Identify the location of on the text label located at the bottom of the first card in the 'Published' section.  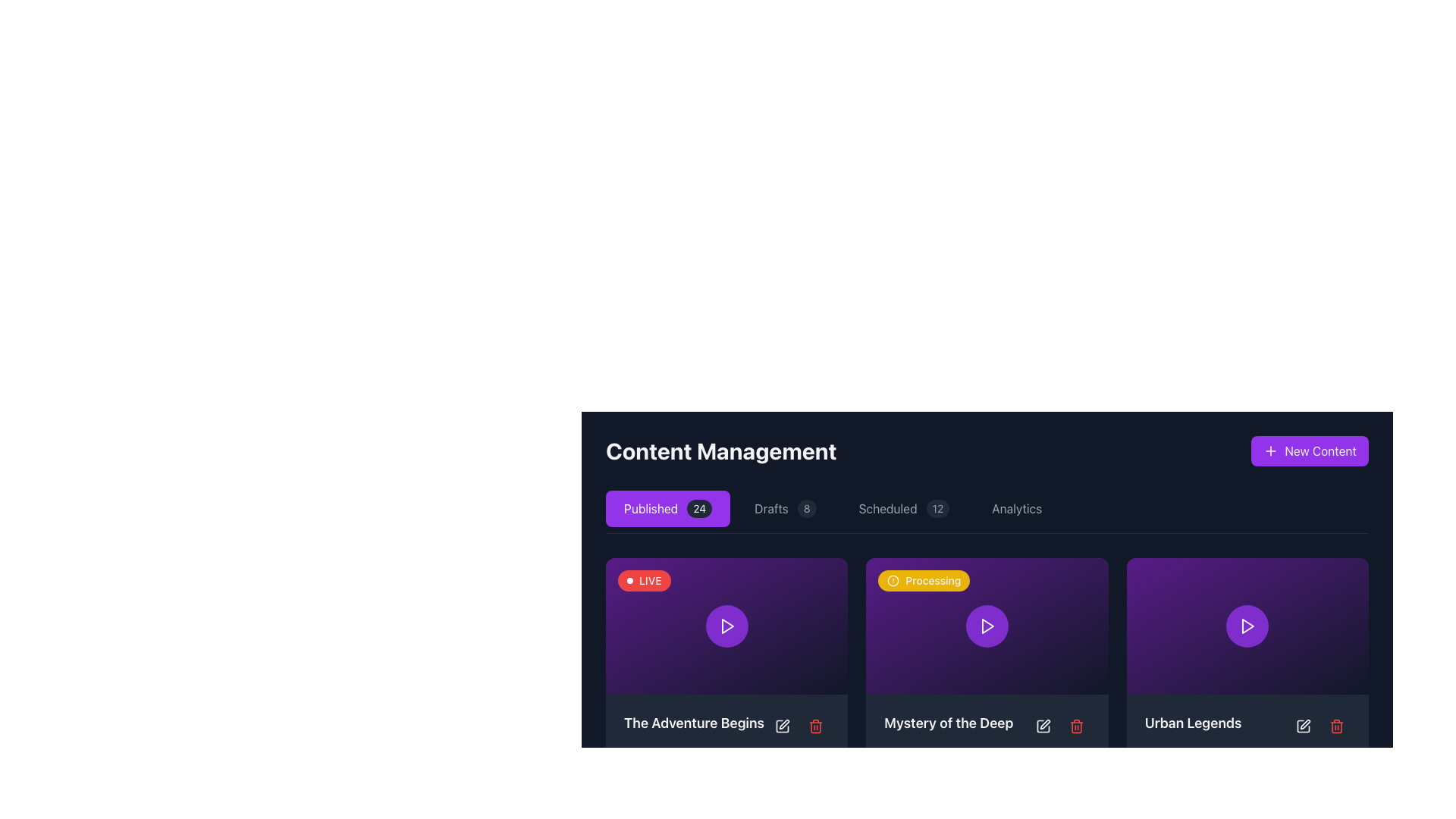
(726, 725).